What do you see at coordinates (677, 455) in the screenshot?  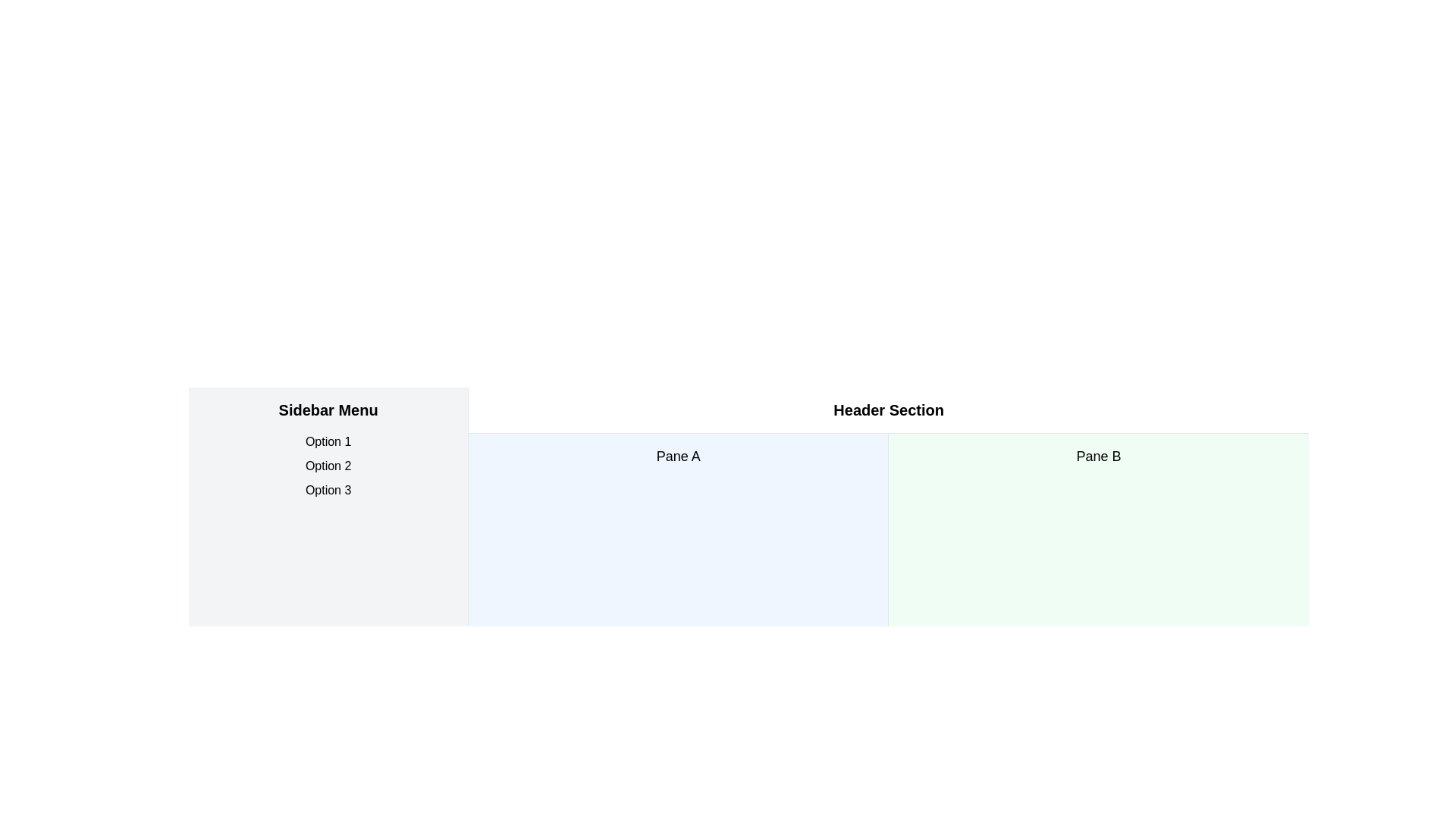 I see `the Text Label that serves as a heading for the 'Pane A' section, located at the top of the left pane` at bounding box center [677, 455].